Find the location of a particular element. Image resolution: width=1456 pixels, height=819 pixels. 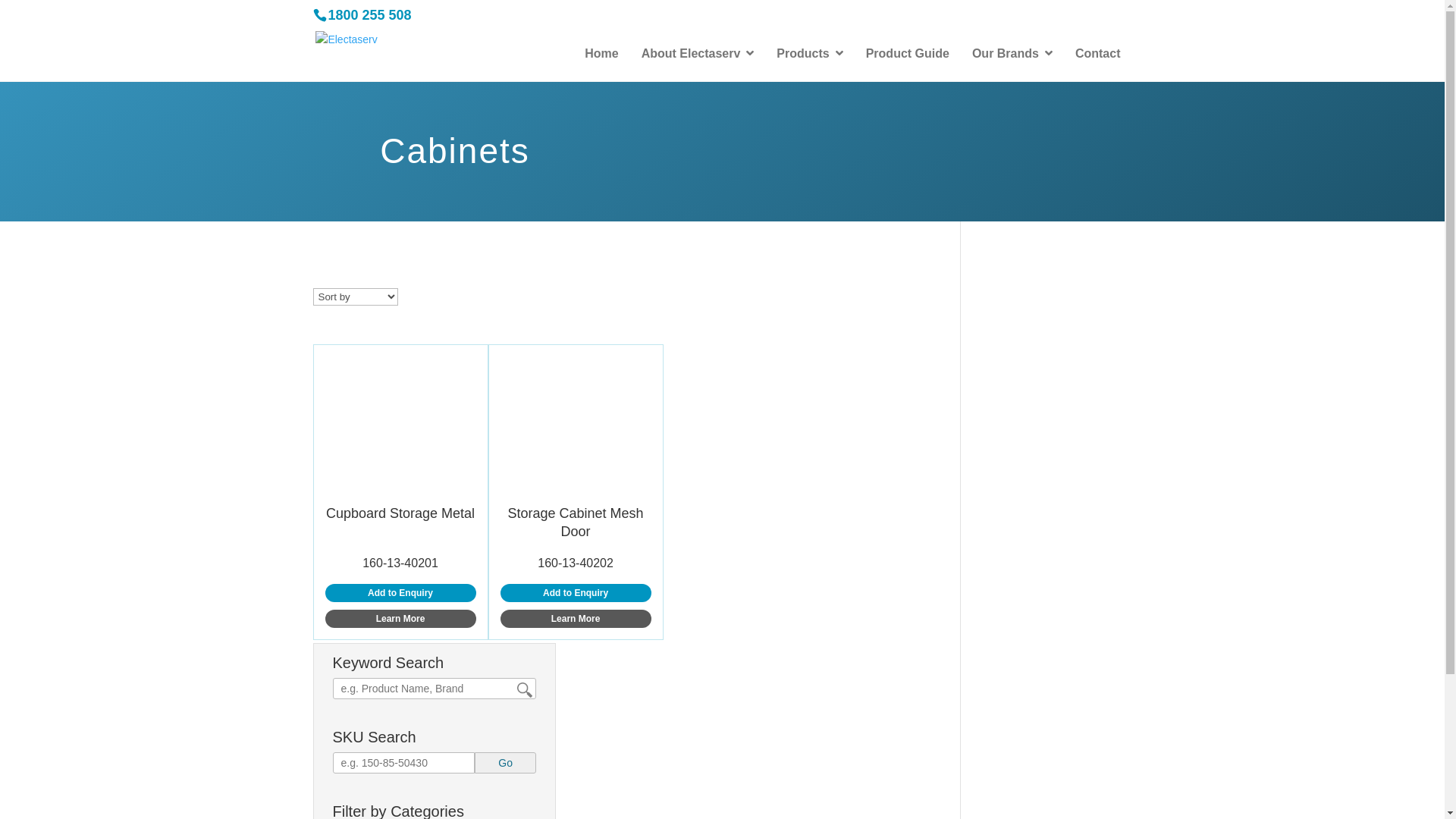

'Add to Enquiry' is located at coordinates (400, 592).